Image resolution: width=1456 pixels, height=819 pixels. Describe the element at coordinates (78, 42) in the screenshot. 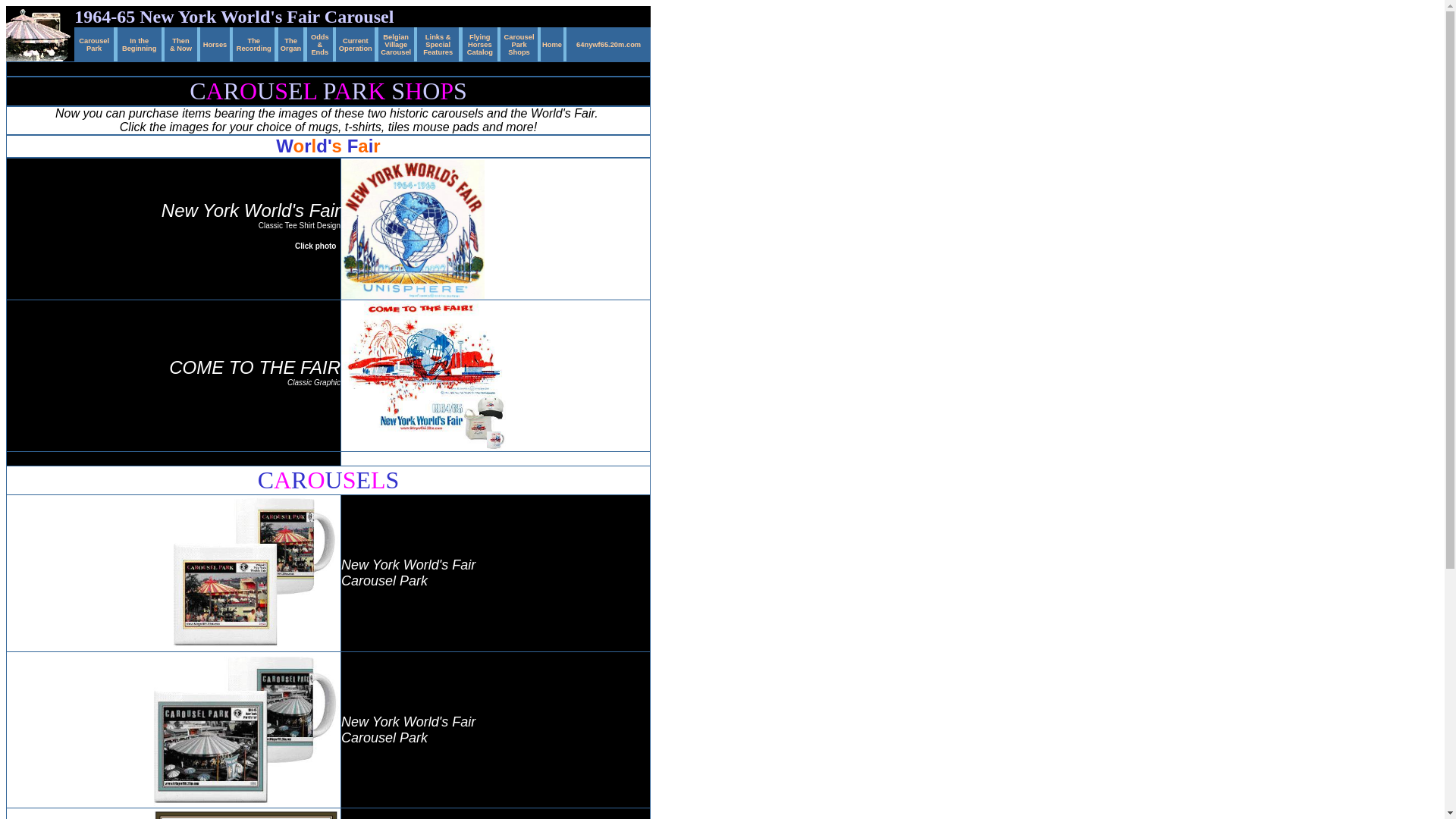

I see `'Carousel` at that location.